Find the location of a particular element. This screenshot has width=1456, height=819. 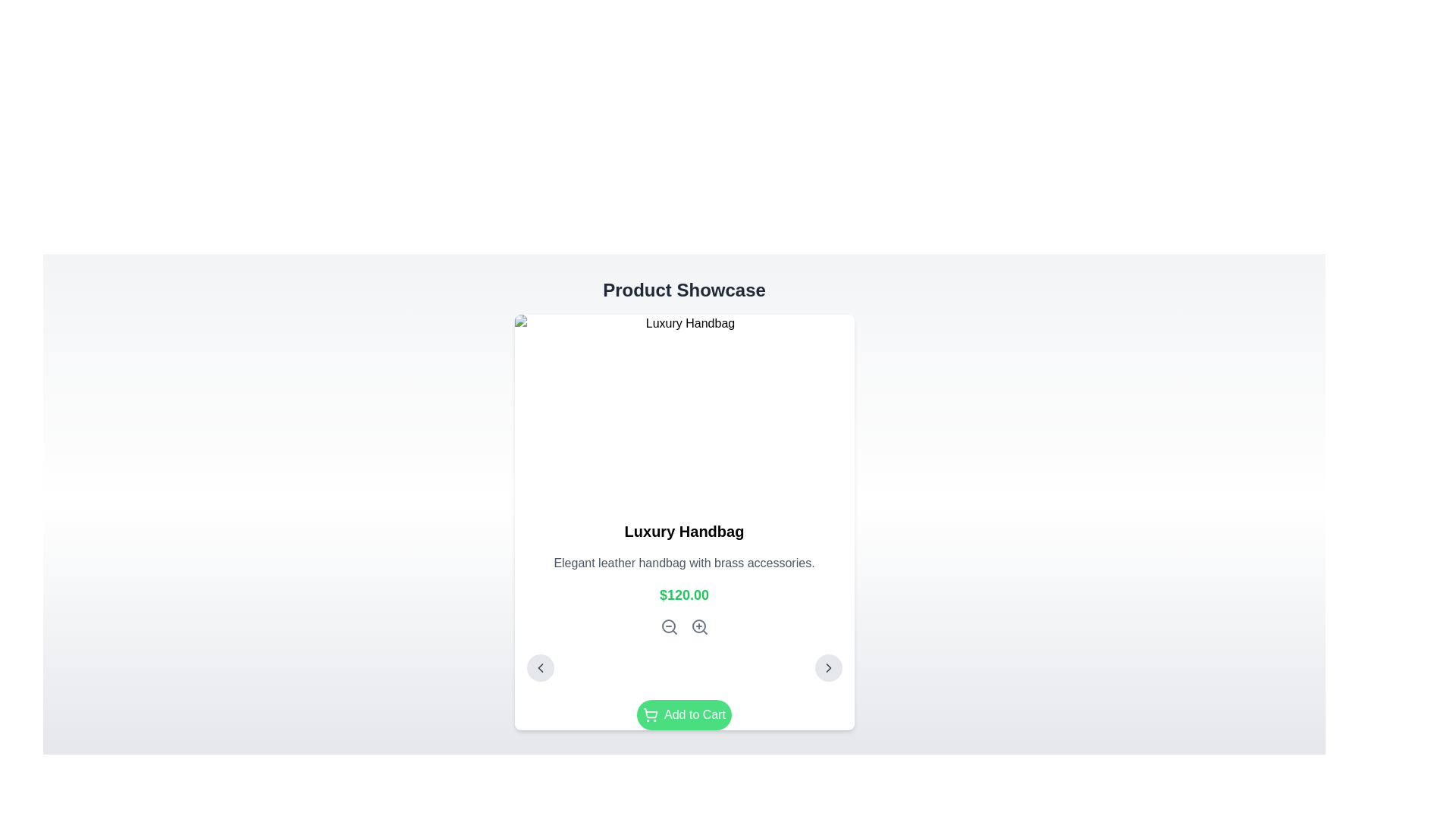

the chevron-shaped icon embedded within the circular button at the bottom-right corner of the product display card is located at coordinates (827, 667).